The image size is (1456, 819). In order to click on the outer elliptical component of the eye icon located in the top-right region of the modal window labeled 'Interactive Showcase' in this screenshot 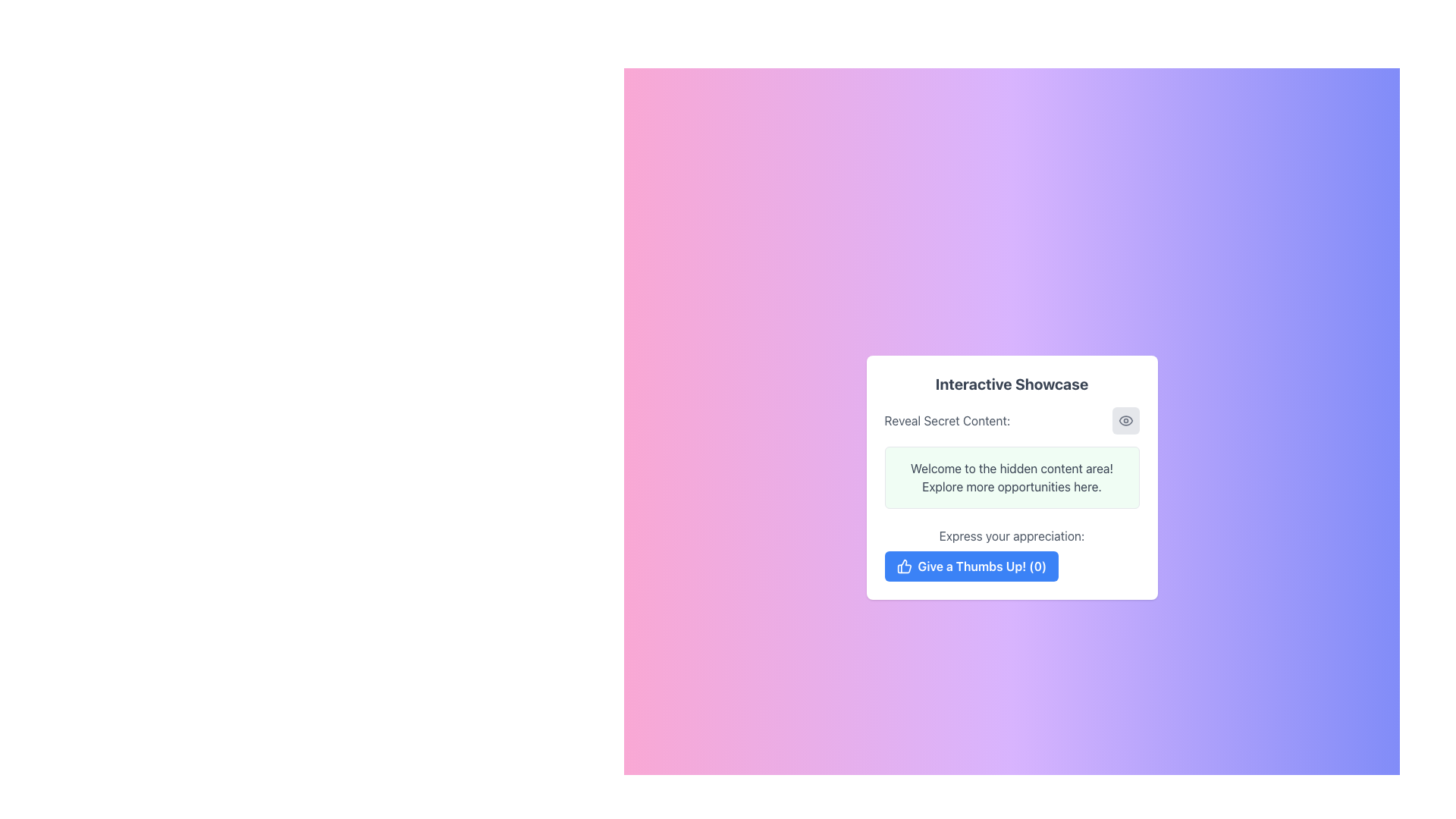, I will do `click(1125, 421)`.